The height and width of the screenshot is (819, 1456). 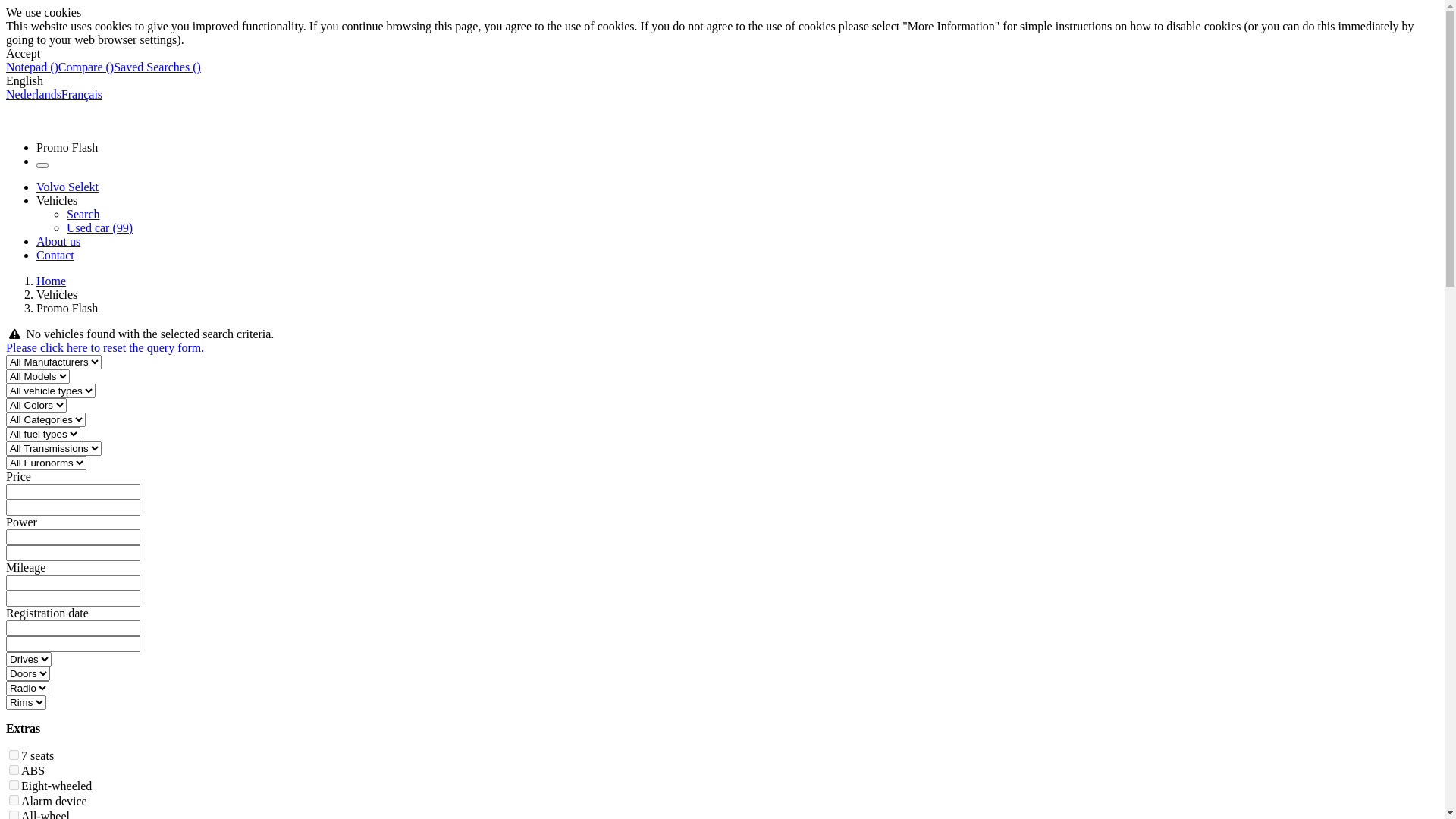 I want to click on 'Vehicles', so click(x=36, y=294).